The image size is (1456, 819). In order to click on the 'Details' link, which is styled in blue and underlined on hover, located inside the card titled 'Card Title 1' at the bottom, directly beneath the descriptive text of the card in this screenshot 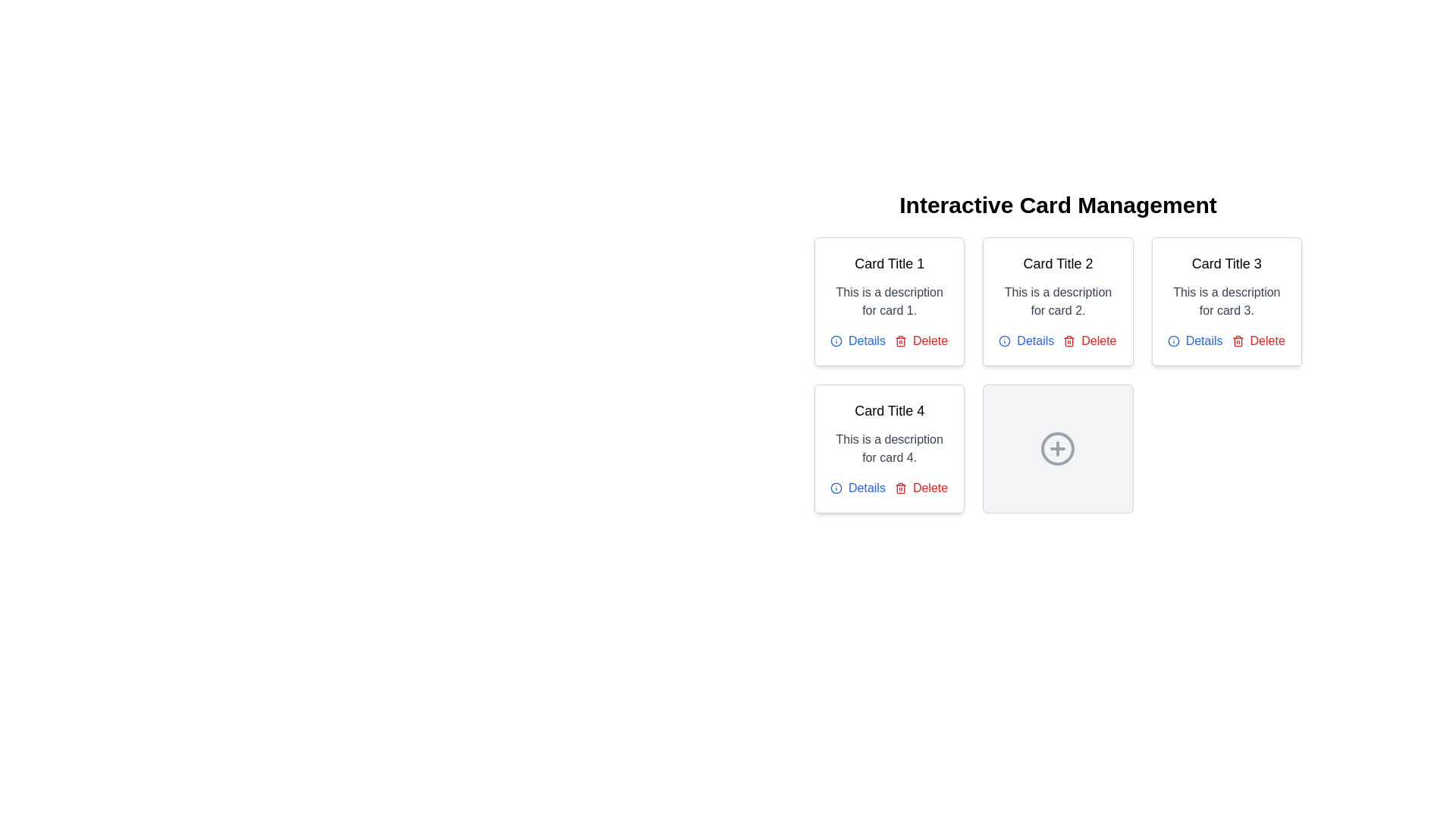, I will do `click(890, 341)`.